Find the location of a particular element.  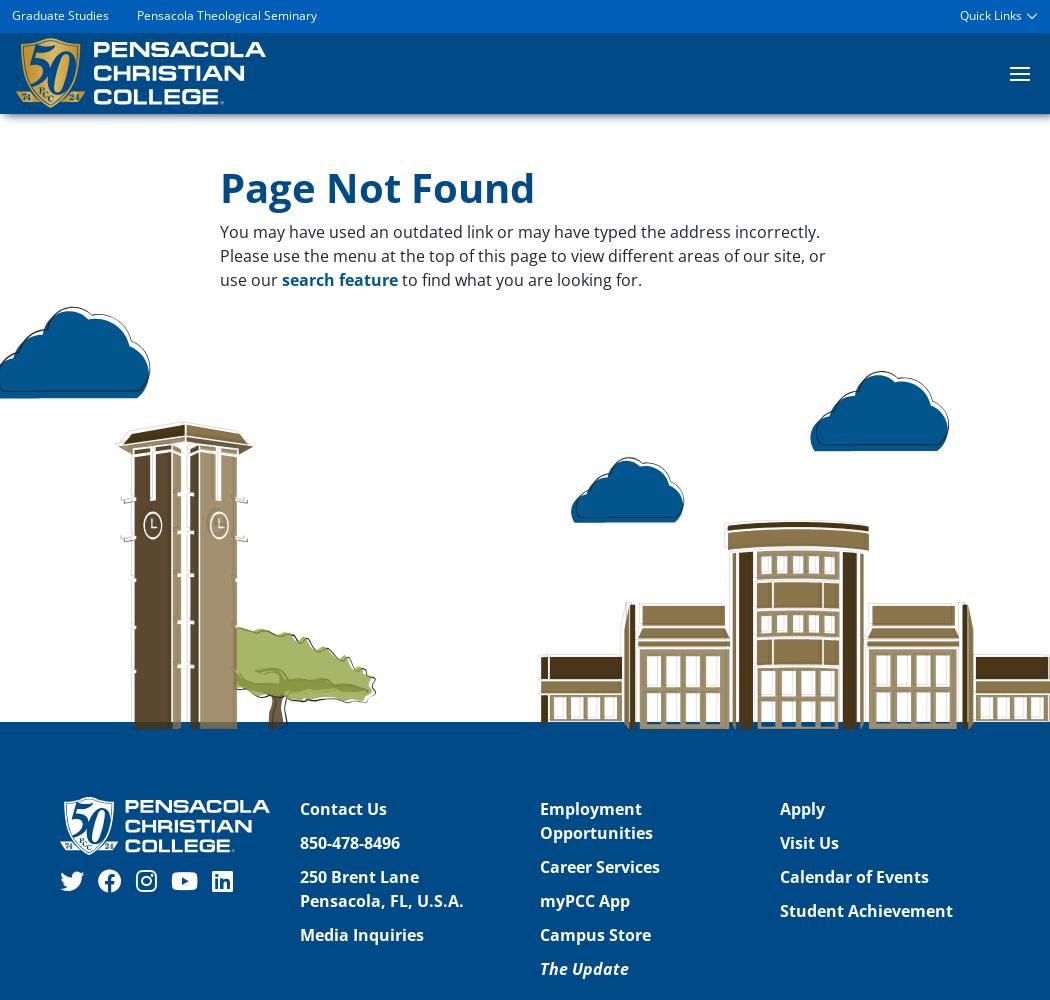

'Pensacola Theological
                        Seminary' is located at coordinates (227, 15).